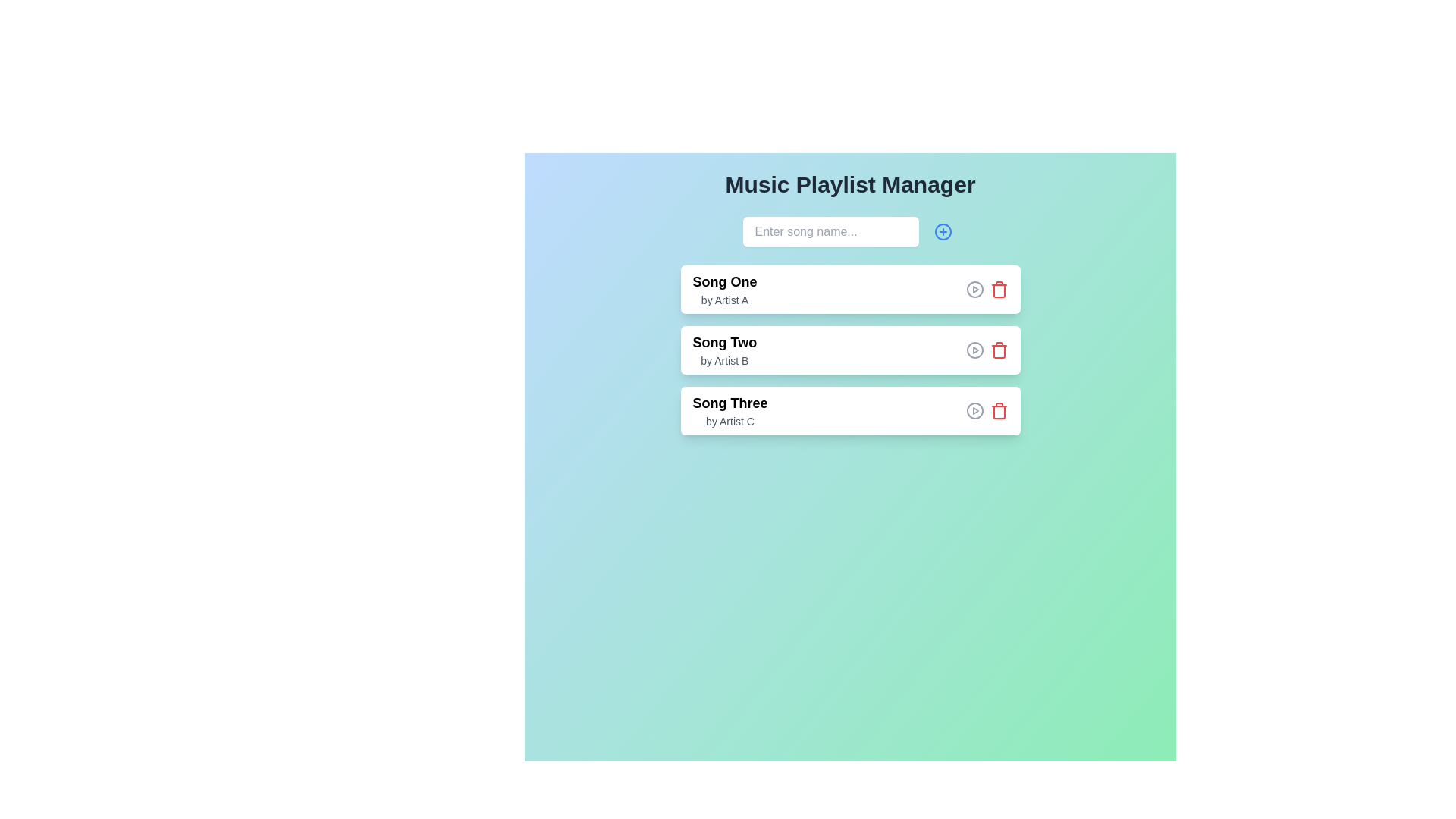  What do you see at coordinates (942, 231) in the screenshot?
I see `the circular button with a blue border and blue plus sign` at bounding box center [942, 231].